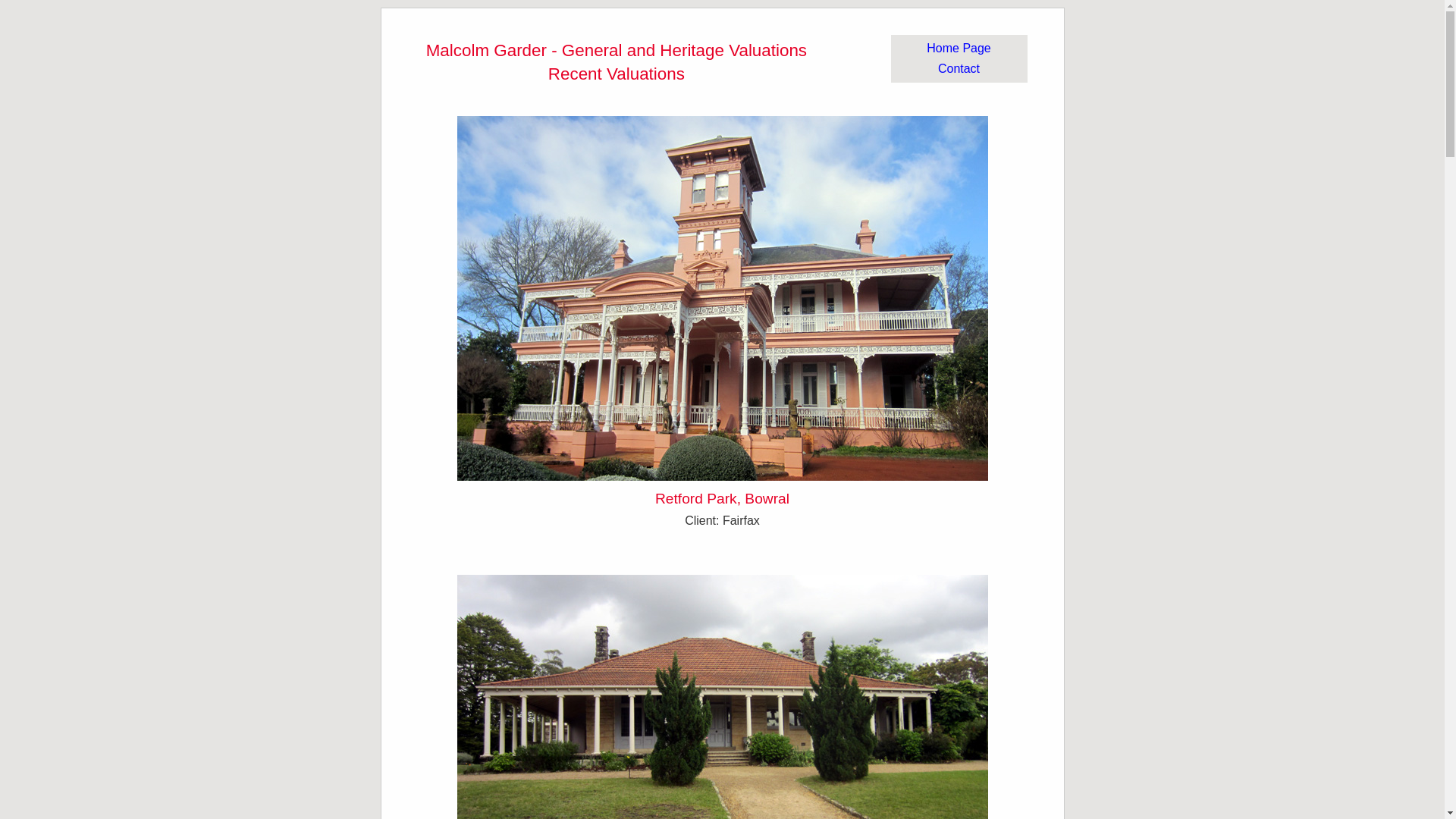 Image resolution: width=1456 pixels, height=819 pixels. Describe the element at coordinates (937, 68) in the screenshot. I see `'Contact'` at that location.